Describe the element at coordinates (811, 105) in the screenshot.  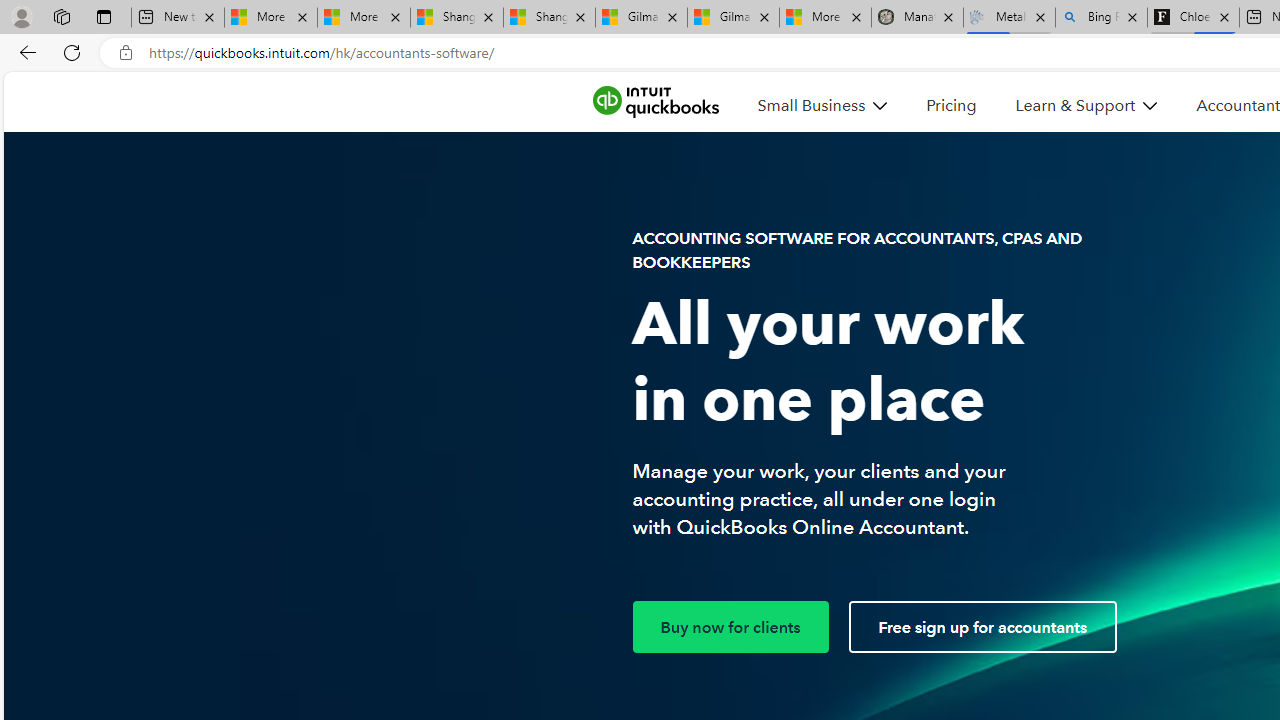
I see `'Small Business'` at that location.